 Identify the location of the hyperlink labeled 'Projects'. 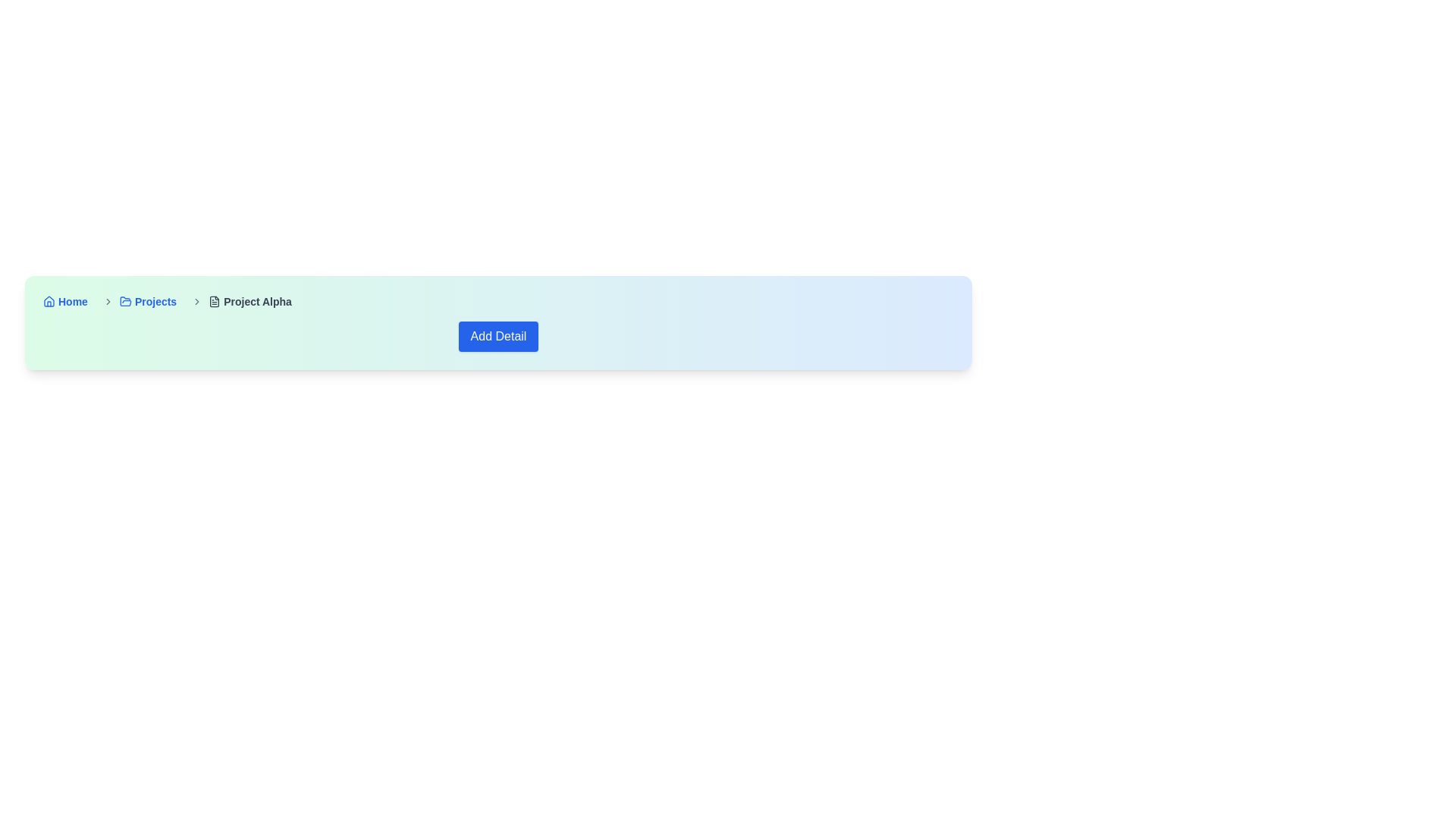
(148, 301).